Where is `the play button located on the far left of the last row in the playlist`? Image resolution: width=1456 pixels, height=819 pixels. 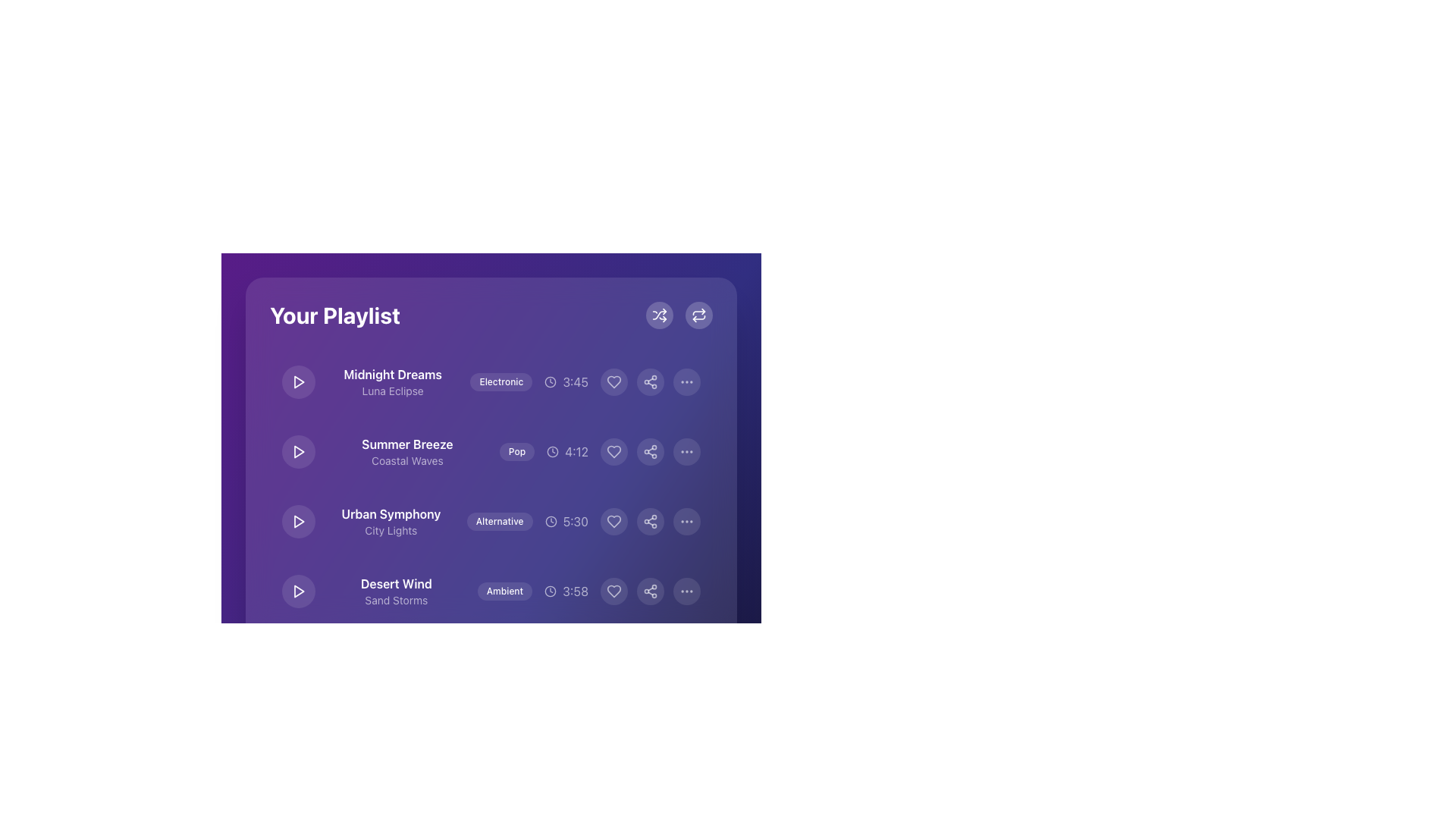
the play button located on the far left of the last row in the playlist is located at coordinates (298, 590).